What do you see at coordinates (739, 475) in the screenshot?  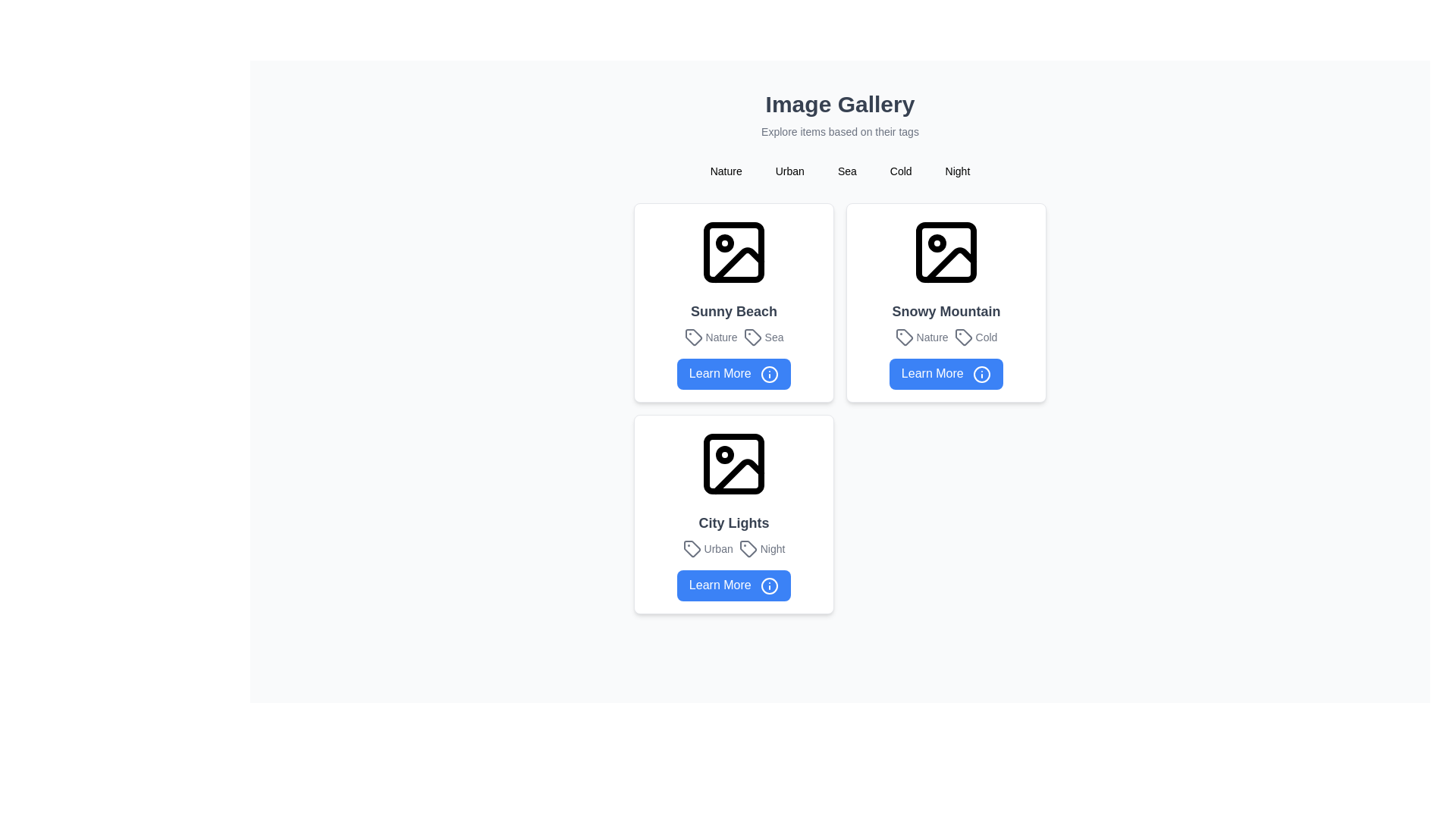 I see `the diagonal line in the bottom right part of the 'City Lights' photo frame icon, which is part of the SVG graphic` at bounding box center [739, 475].